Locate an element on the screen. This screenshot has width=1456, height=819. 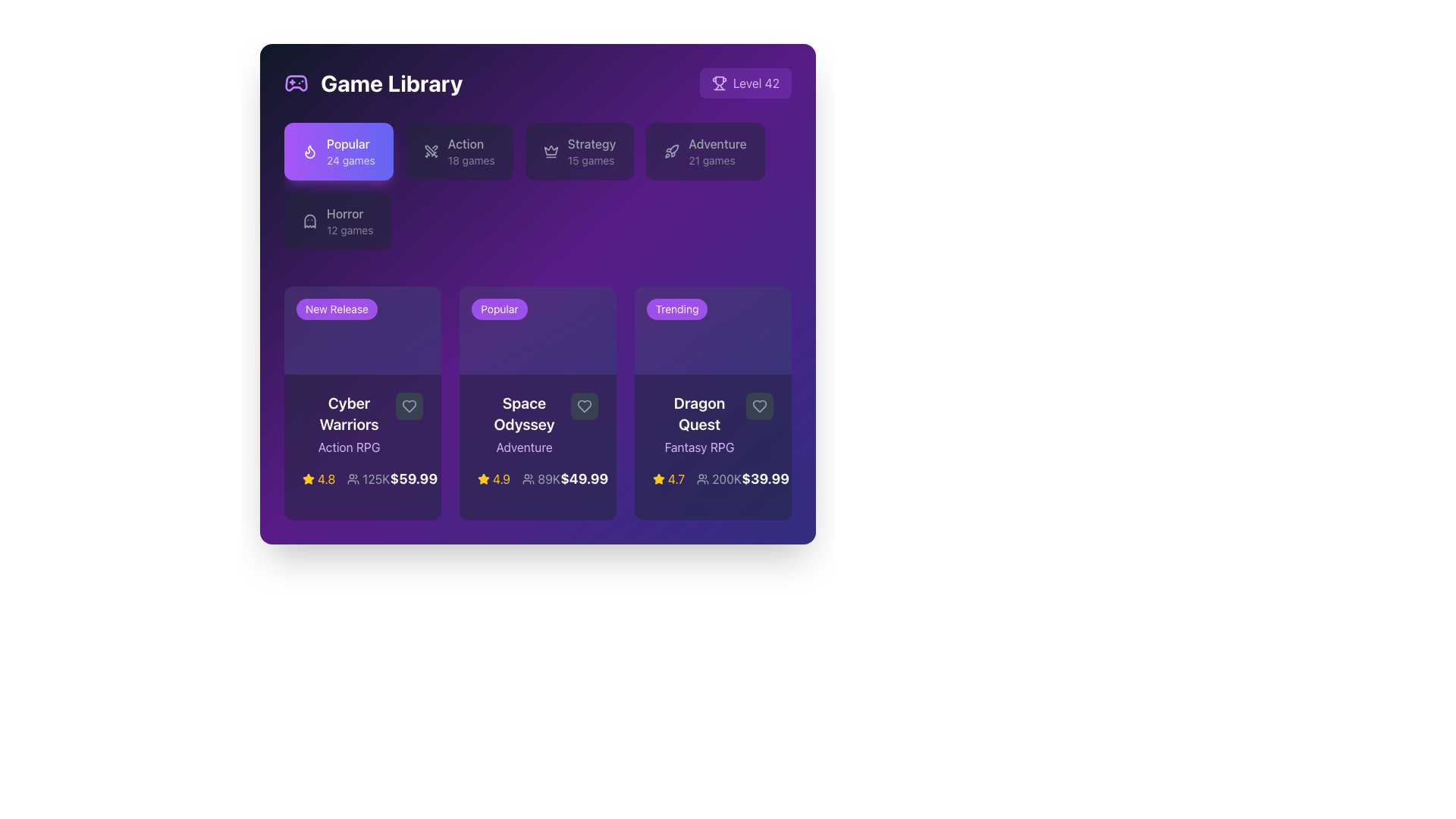
the encompassing button for the 'Adventure' category, which features a modern rocket icon in its design located in the top right quadrant of the game library interface is located at coordinates (673, 149).